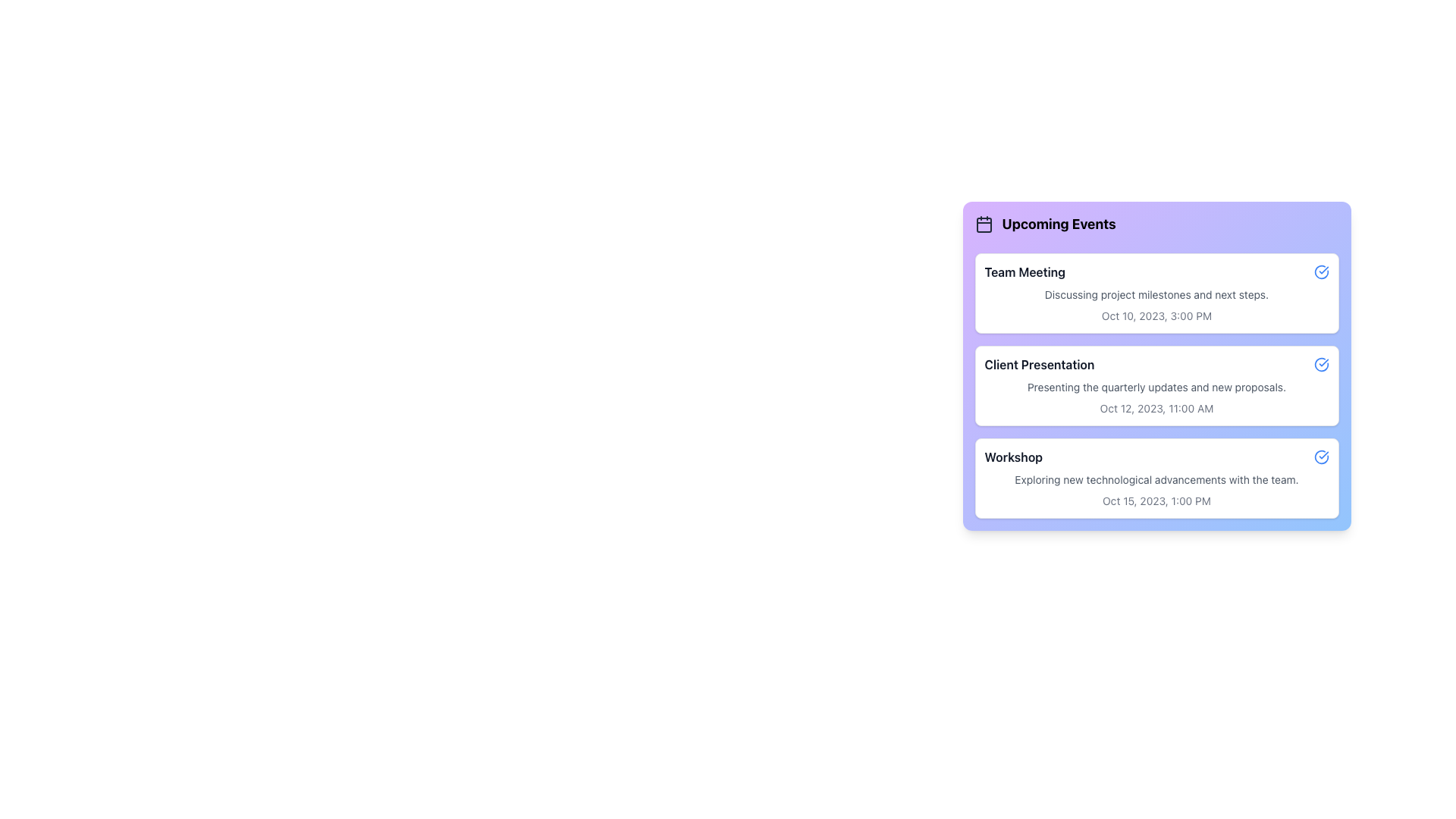 The height and width of the screenshot is (819, 1456). Describe the element at coordinates (1156, 408) in the screenshot. I see `date and time information displayed in the text label that reads 'Oct 12, 2023, 11:00 AM', which is positioned below the description of the client presentation` at that location.